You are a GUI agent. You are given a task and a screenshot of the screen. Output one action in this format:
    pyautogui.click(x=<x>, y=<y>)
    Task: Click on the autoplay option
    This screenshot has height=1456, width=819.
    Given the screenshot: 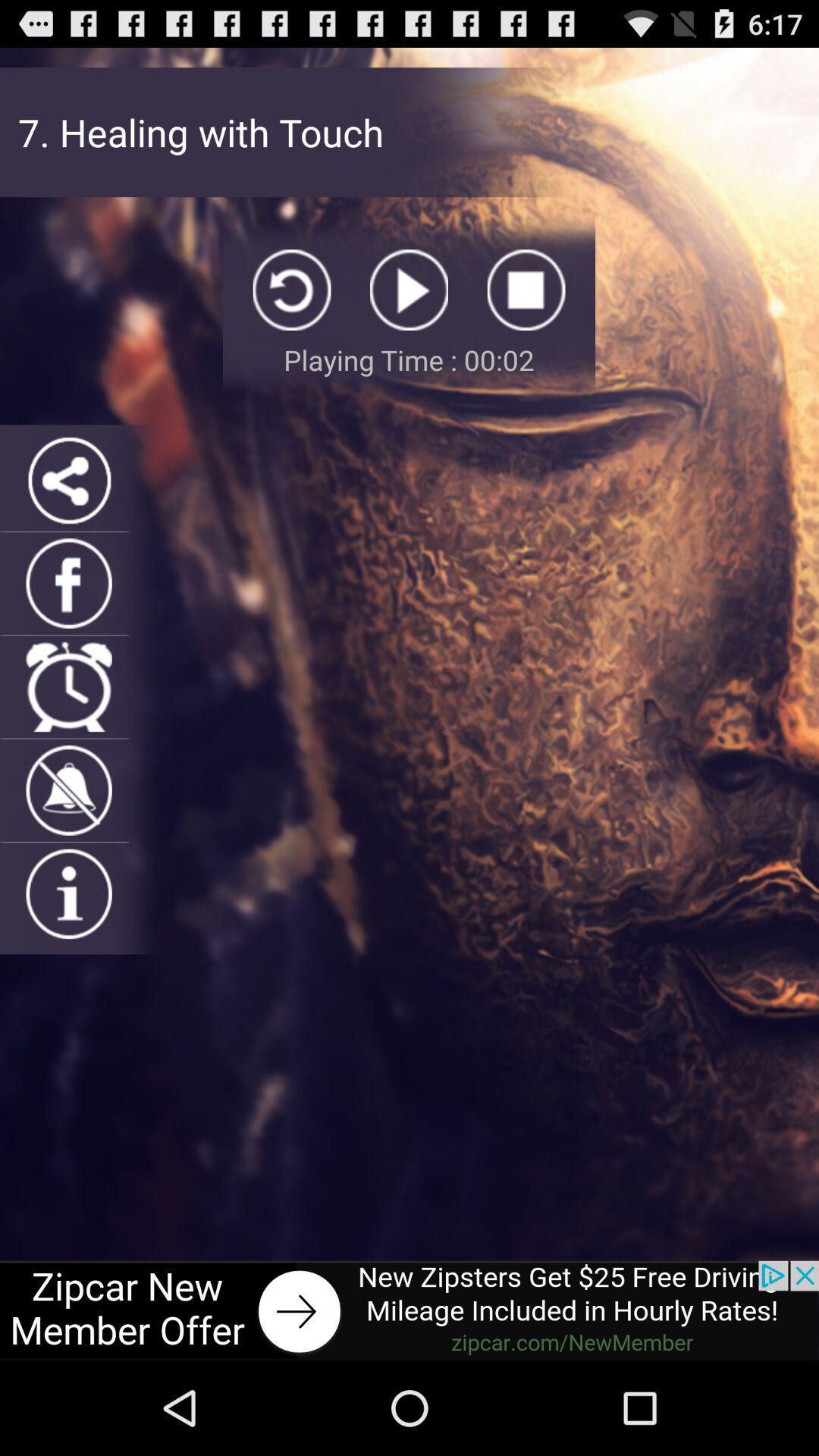 What is the action you would take?
    pyautogui.click(x=408, y=290)
    